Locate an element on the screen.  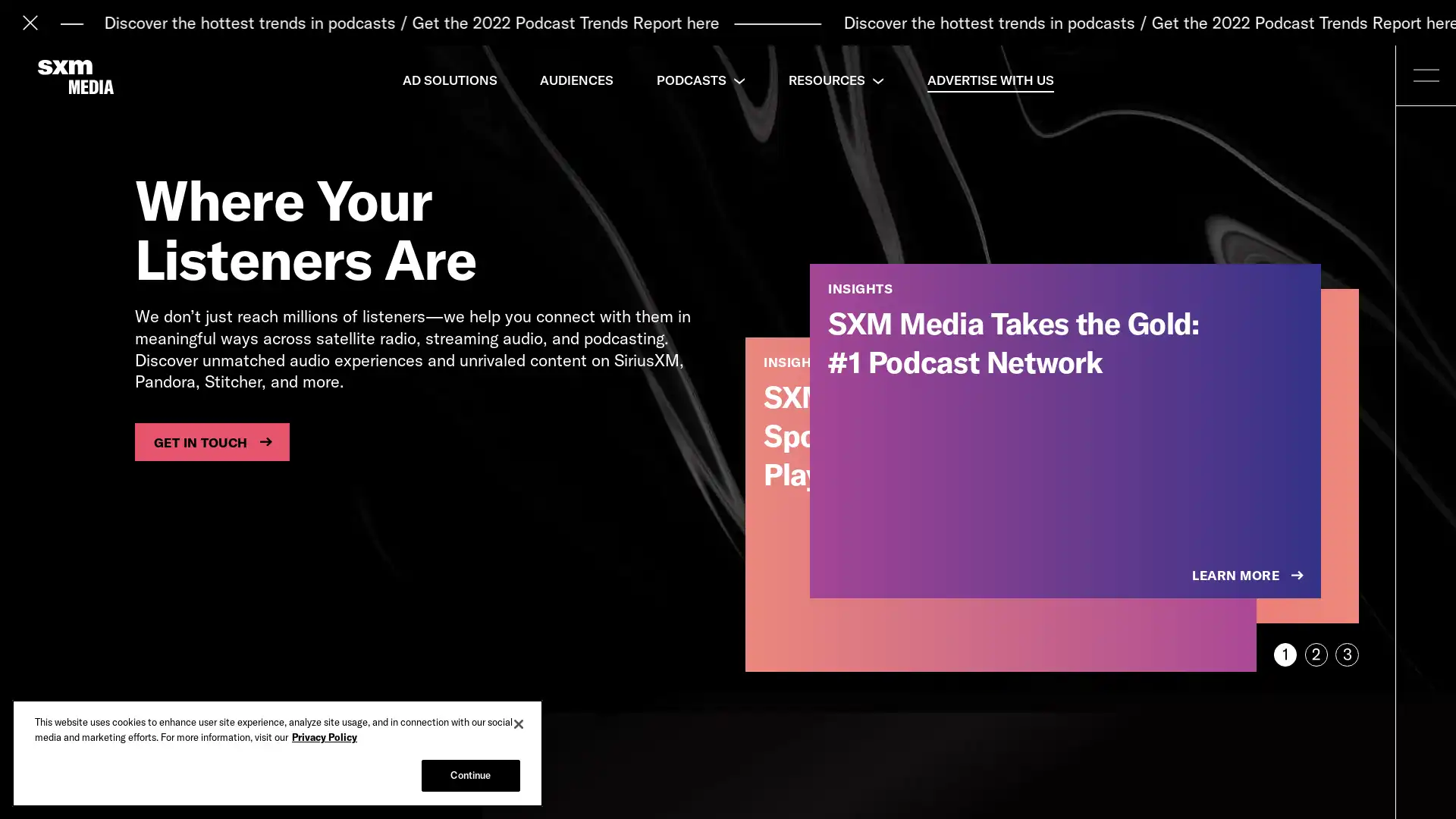
2 is located at coordinates (1315, 654).